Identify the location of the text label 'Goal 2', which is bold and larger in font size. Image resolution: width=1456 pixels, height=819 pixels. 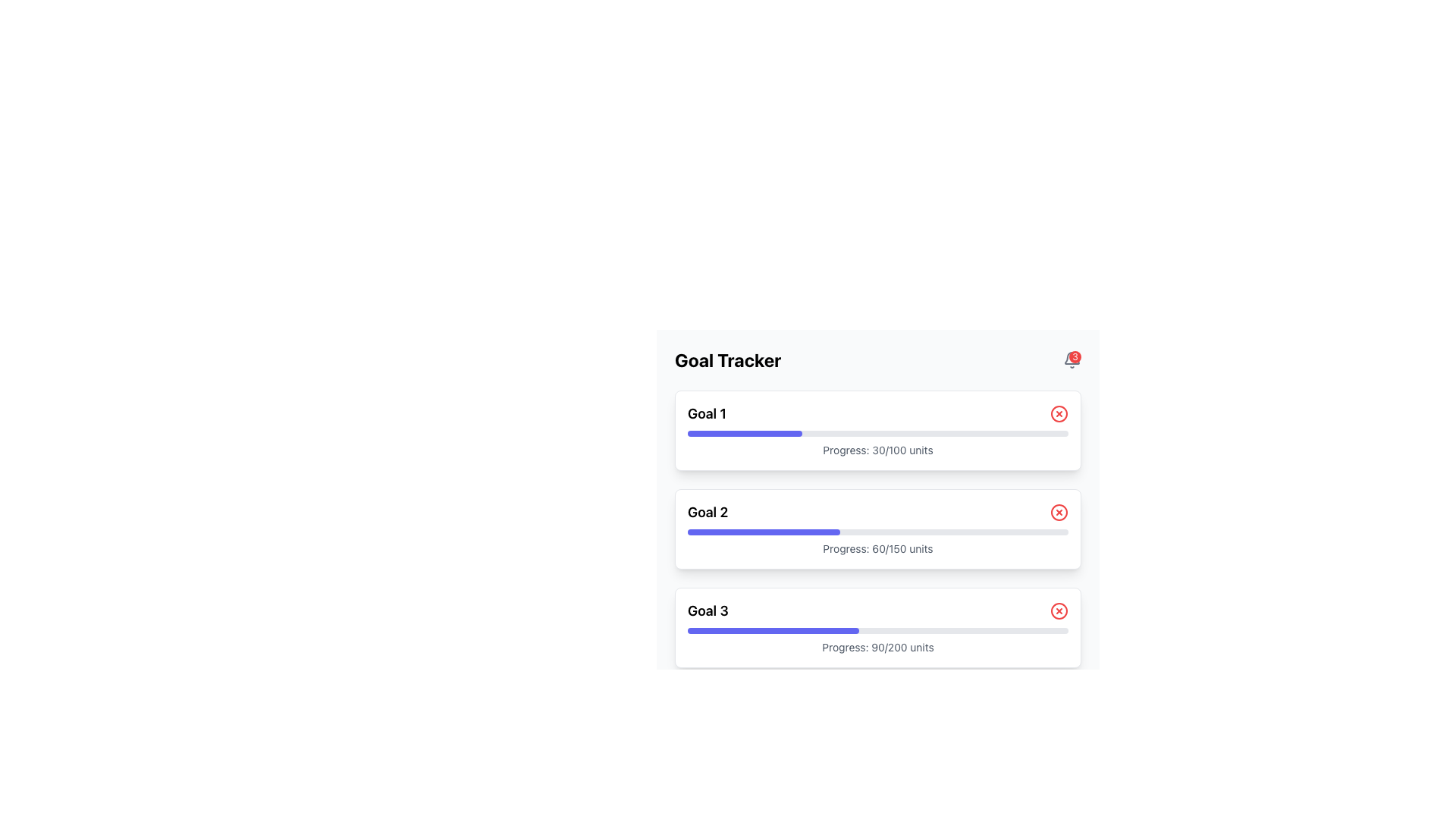
(707, 512).